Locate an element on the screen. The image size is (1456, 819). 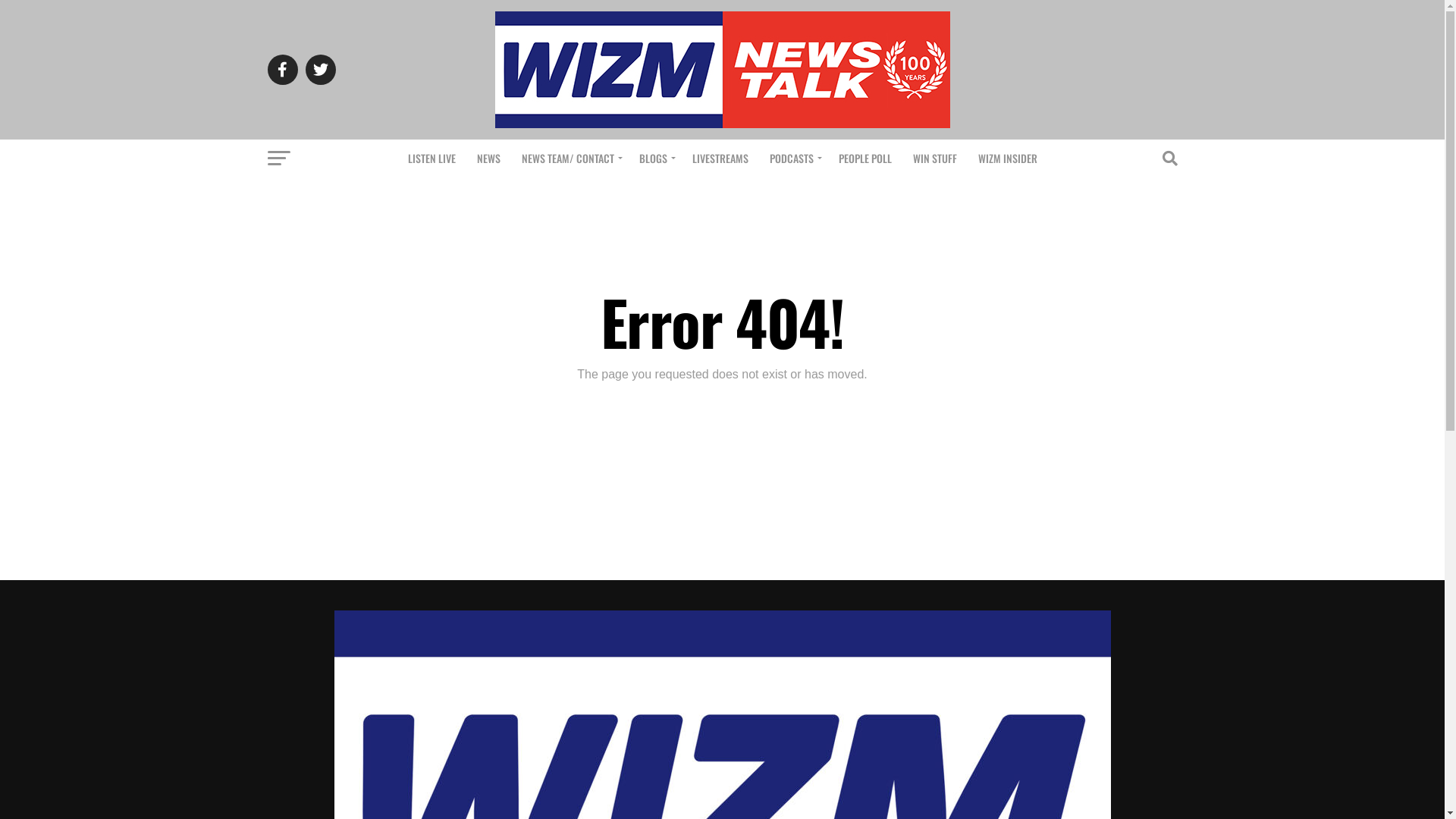
'WIZM INSIDER' is located at coordinates (1008, 158).